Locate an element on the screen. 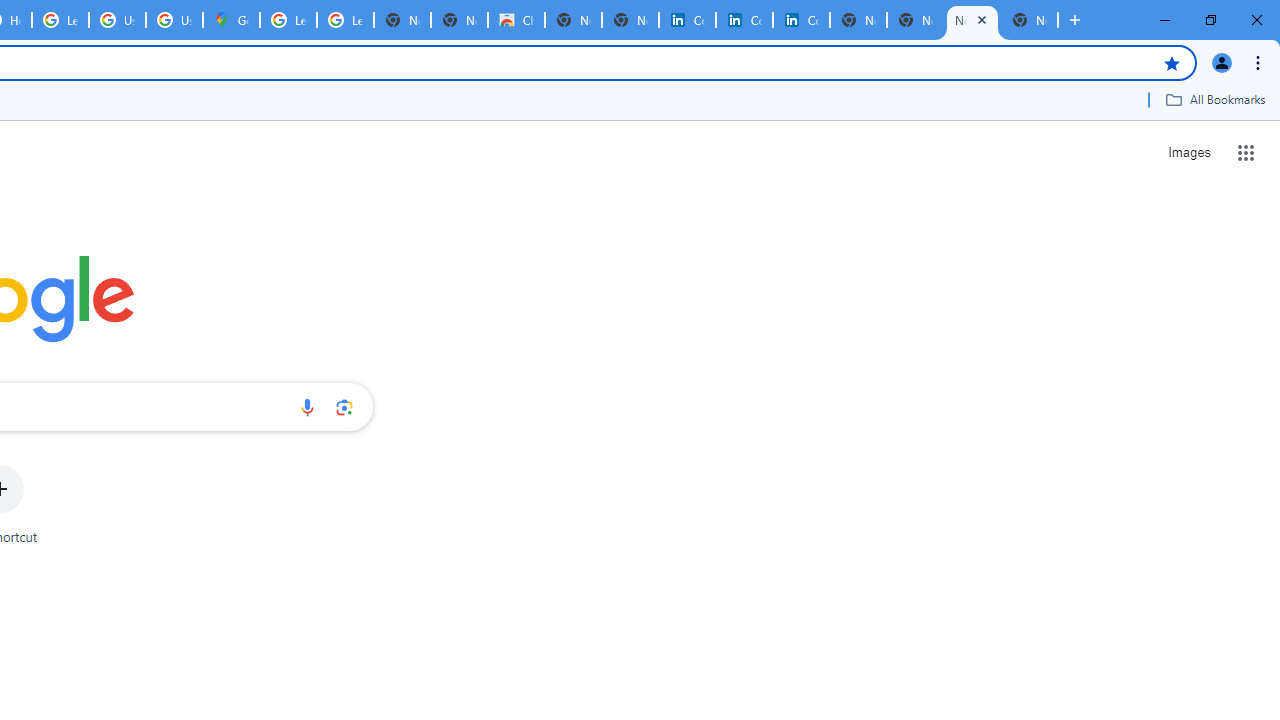 The height and width of the screenshot is (720, 1280). 'Chrome Web Store' is located at coordinates (516, 20).